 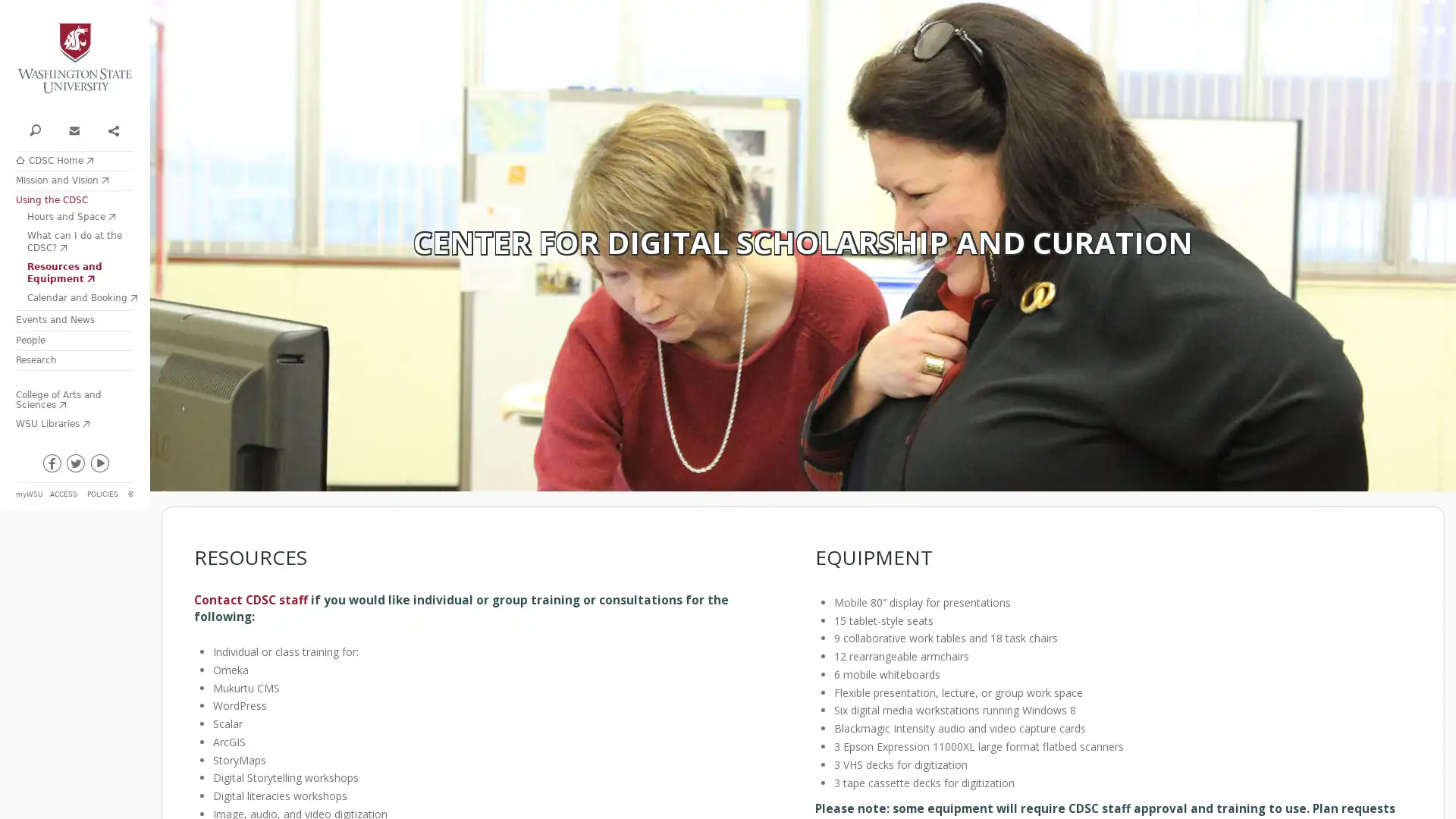 I want to click on $ Search, so click(x=35, y=128).